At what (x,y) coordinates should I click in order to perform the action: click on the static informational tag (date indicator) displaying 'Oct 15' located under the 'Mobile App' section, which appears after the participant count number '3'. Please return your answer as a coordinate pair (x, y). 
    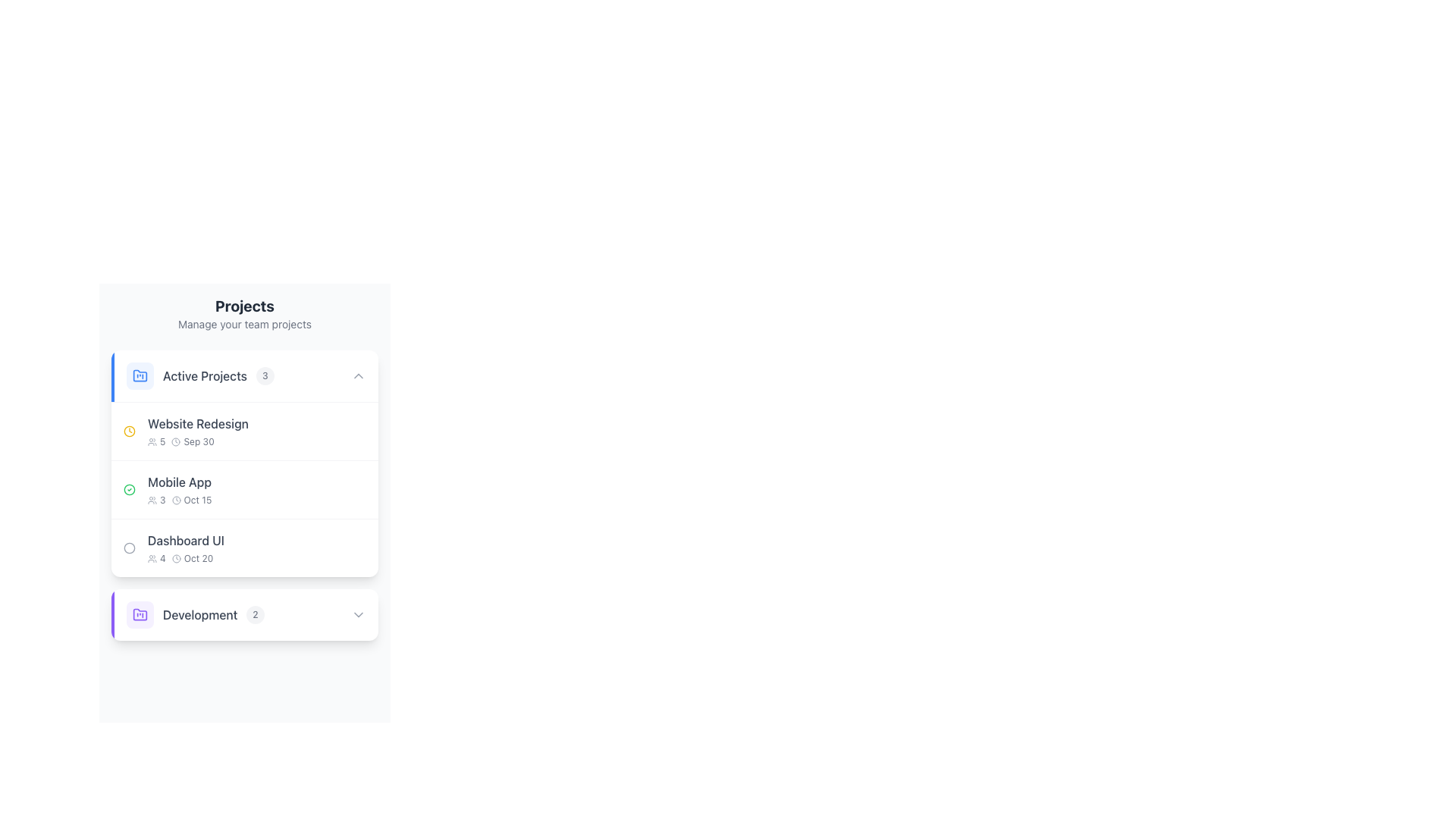
    Looking at the image, I should click on (190, 500).